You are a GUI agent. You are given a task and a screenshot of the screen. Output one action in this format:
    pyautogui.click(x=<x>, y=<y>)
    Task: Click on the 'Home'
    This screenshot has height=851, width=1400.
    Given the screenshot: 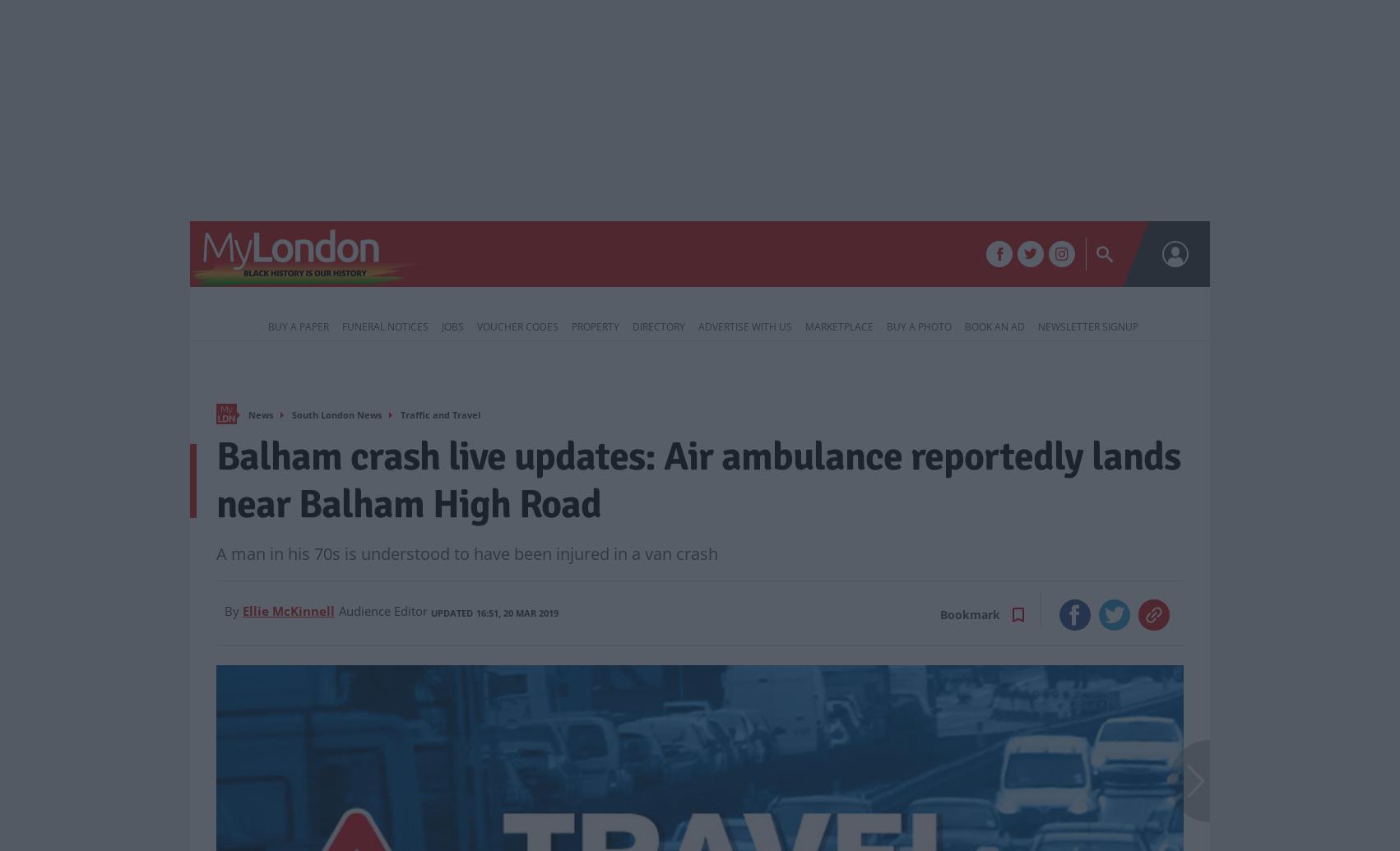 What is the action you would take?
    pyautogui.click(x=250, y=408)
    